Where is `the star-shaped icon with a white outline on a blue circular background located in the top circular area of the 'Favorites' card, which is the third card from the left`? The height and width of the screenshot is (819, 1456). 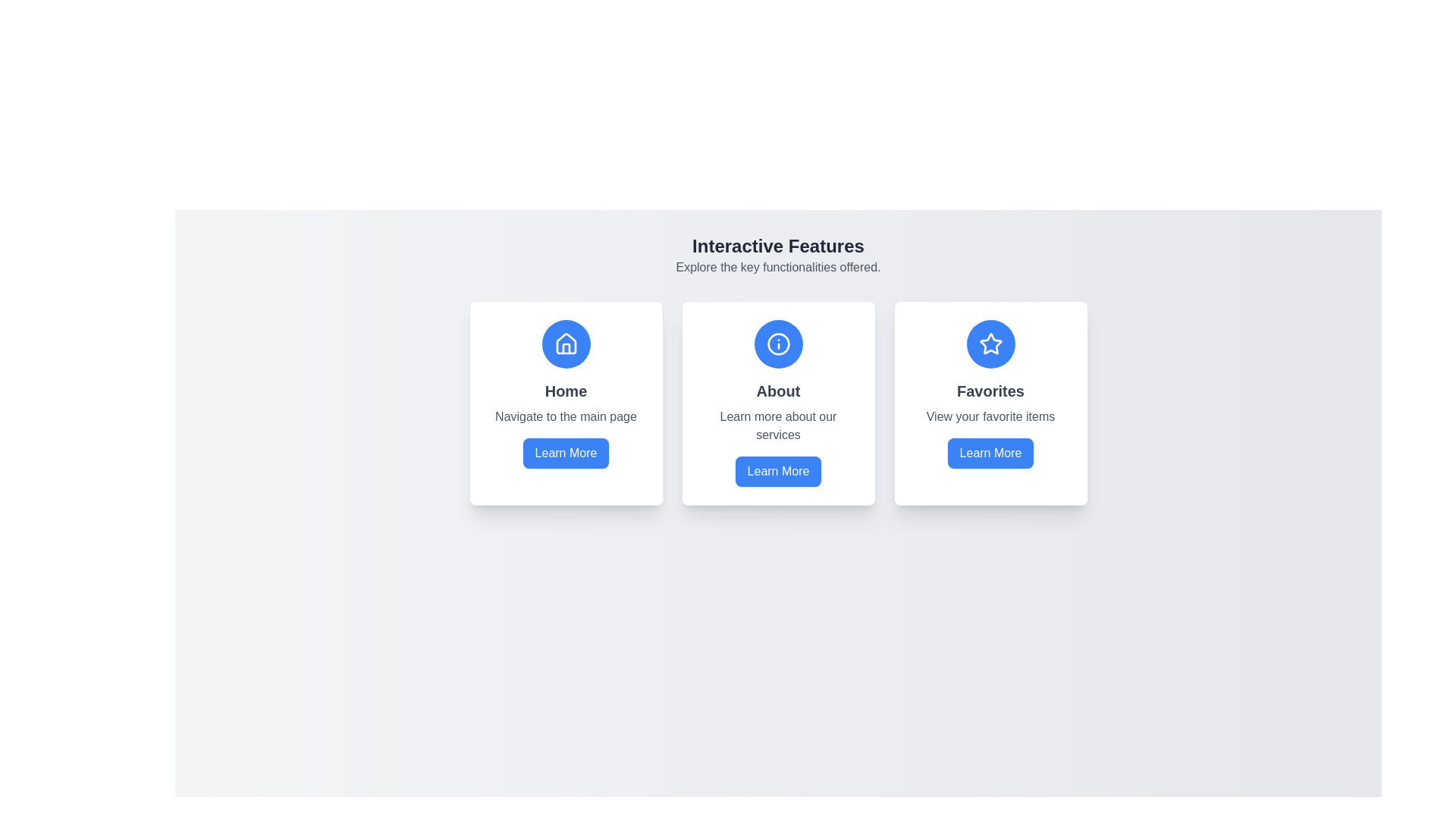 the star-shaped icon with a white outline on a blue circular background located in the top circular area of the 'Favorites' card, which is the third card from the left is located at coordinates (990, 344).